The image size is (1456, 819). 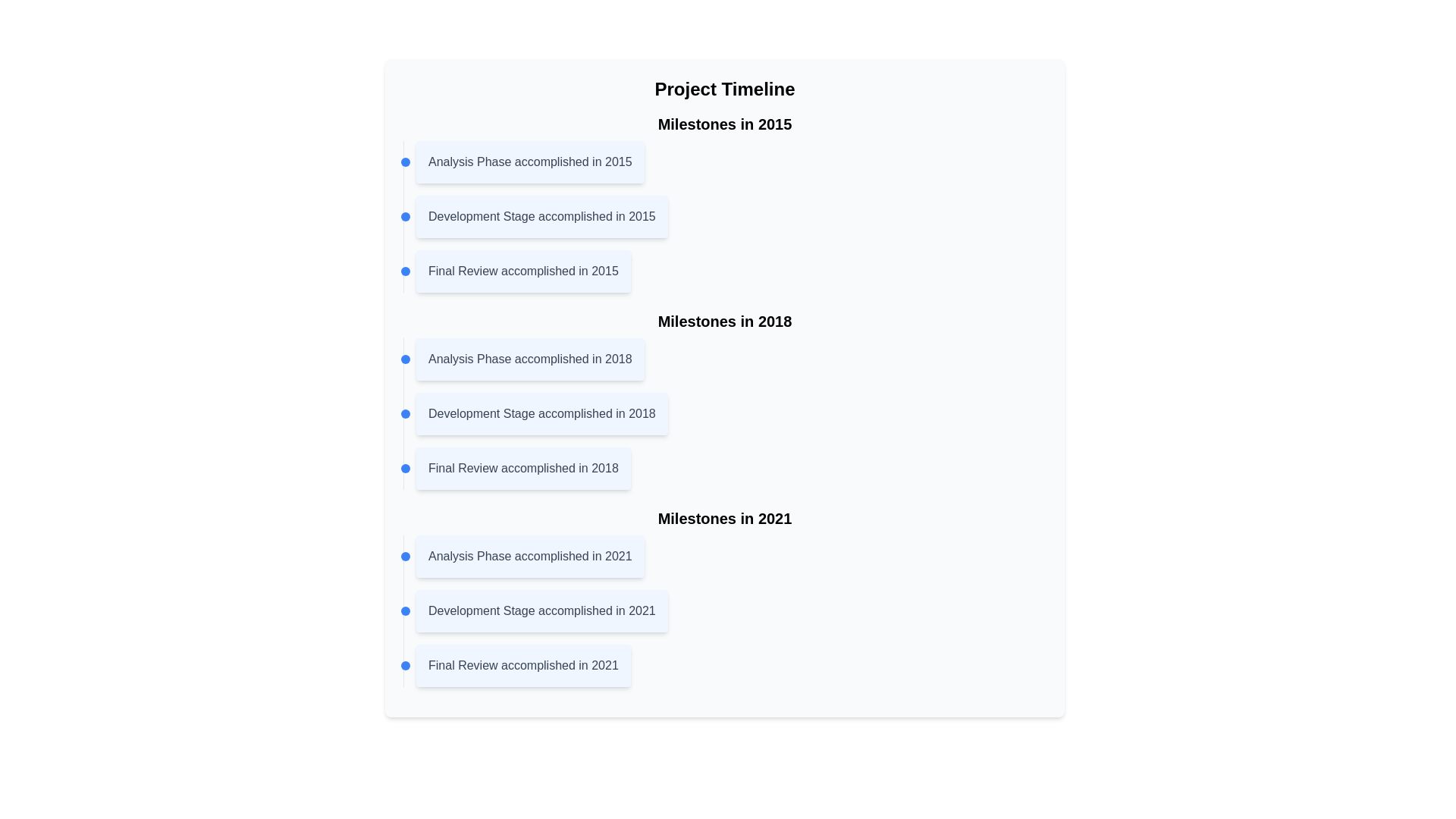 I want to click on text block that serves as a descriptor for a milestone in the timeline, specifically the first entry under 'Milestones in 2018', so click(x=530, y=359).